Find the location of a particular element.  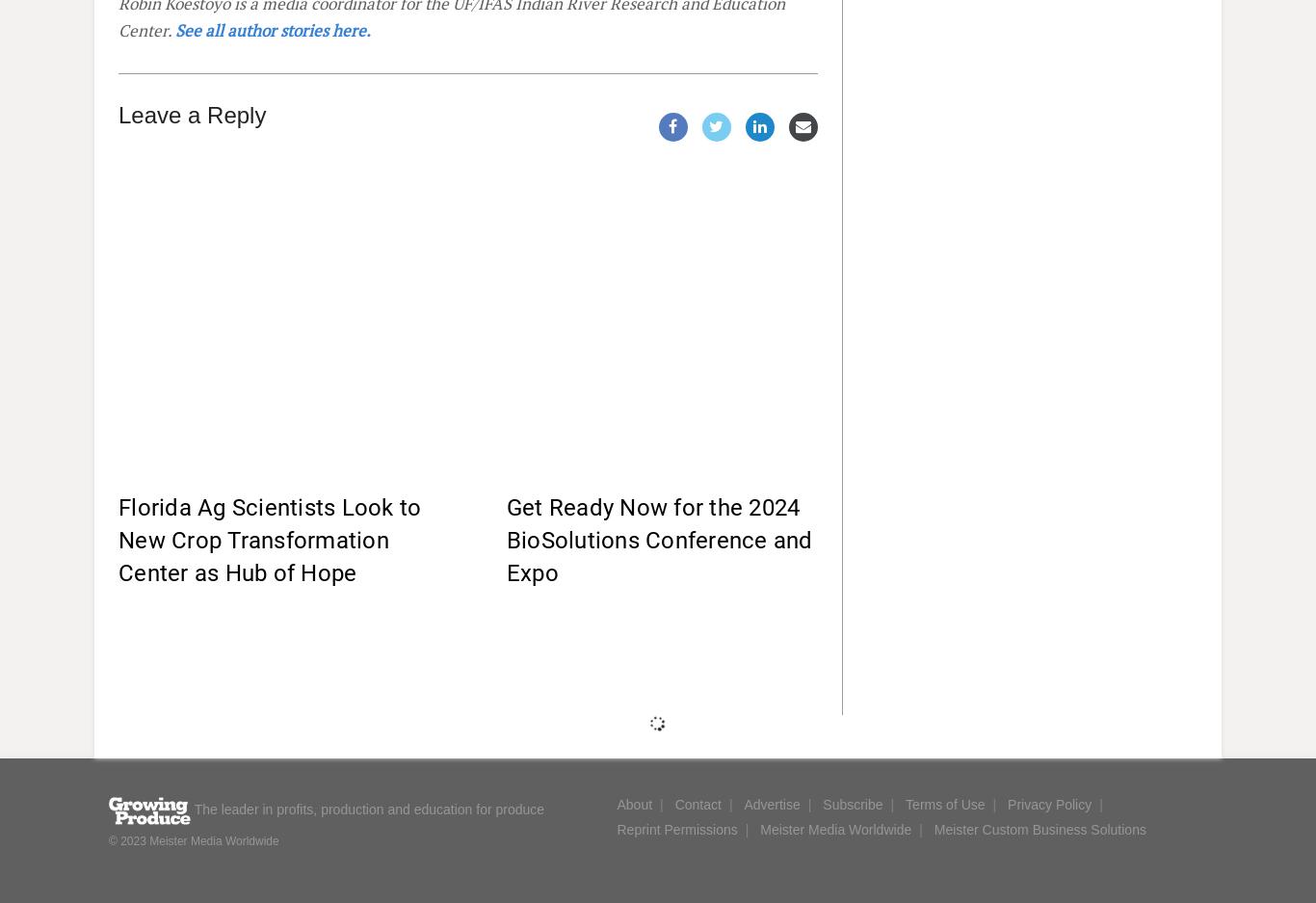

'Florida Ag Scientists Look to New Crop Transformation Center as Hub of Hope' is located at coordinates (270, 540).